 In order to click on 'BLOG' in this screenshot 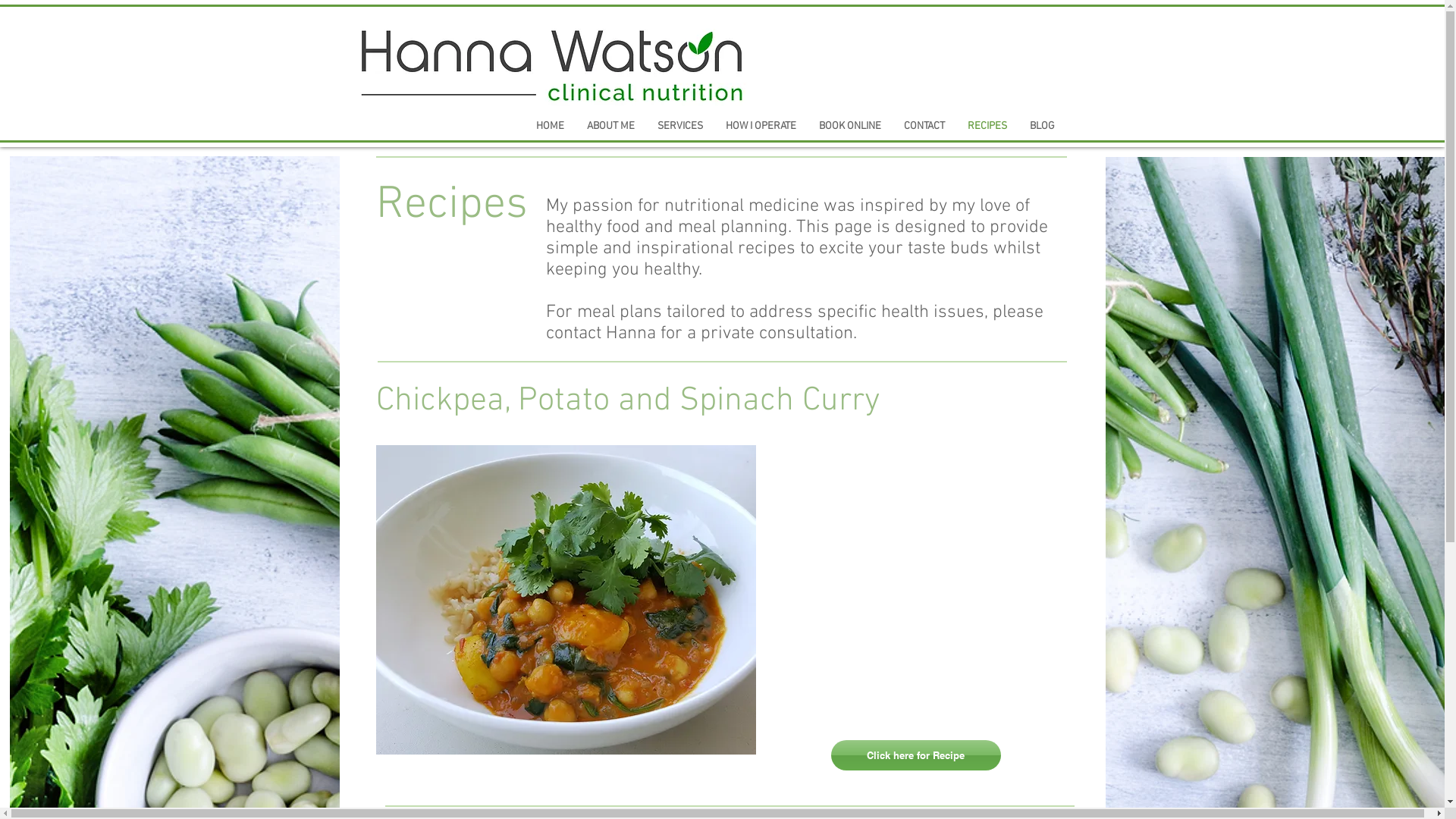, I will do `click(1040, 125)`.